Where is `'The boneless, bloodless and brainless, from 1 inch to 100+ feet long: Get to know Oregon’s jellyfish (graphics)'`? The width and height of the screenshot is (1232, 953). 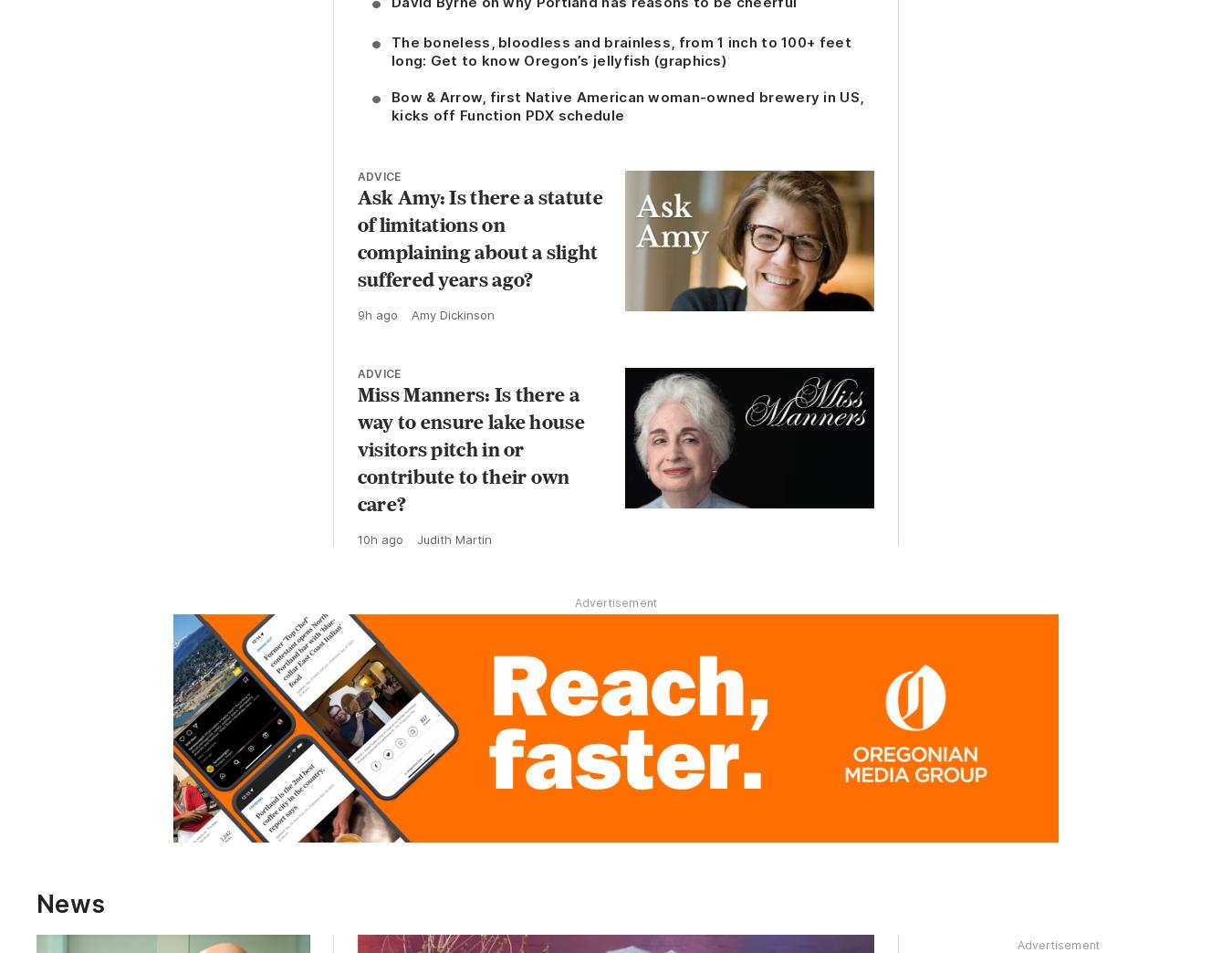
'The boneless, bloodless and brainless, from 1 inch to 100+ feet long: Get to know Oregon’s jellyfish (graphics)' is located at coordinates (619, 50).